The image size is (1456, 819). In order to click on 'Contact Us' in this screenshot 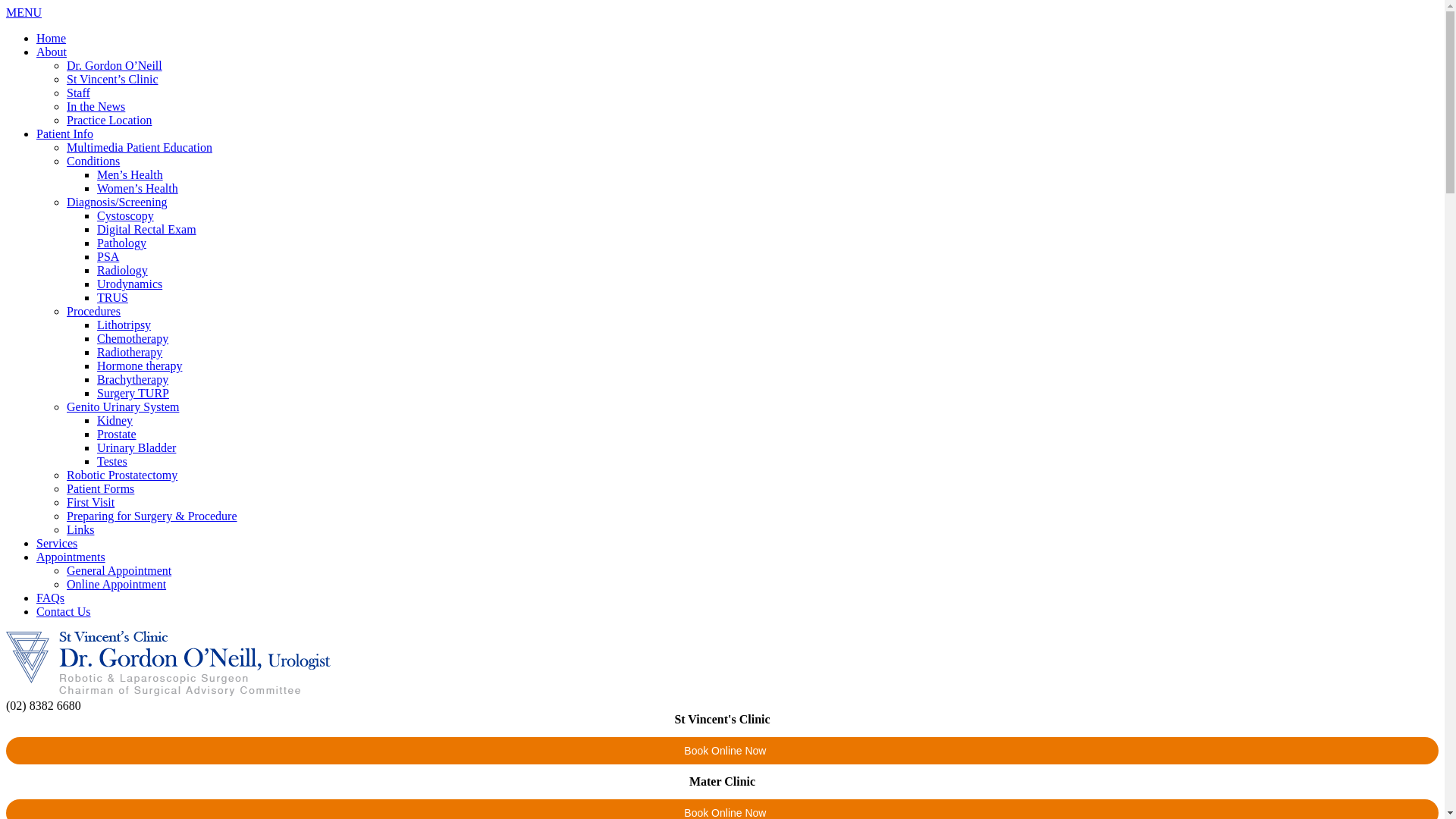, I will do `click(62, 610)`.